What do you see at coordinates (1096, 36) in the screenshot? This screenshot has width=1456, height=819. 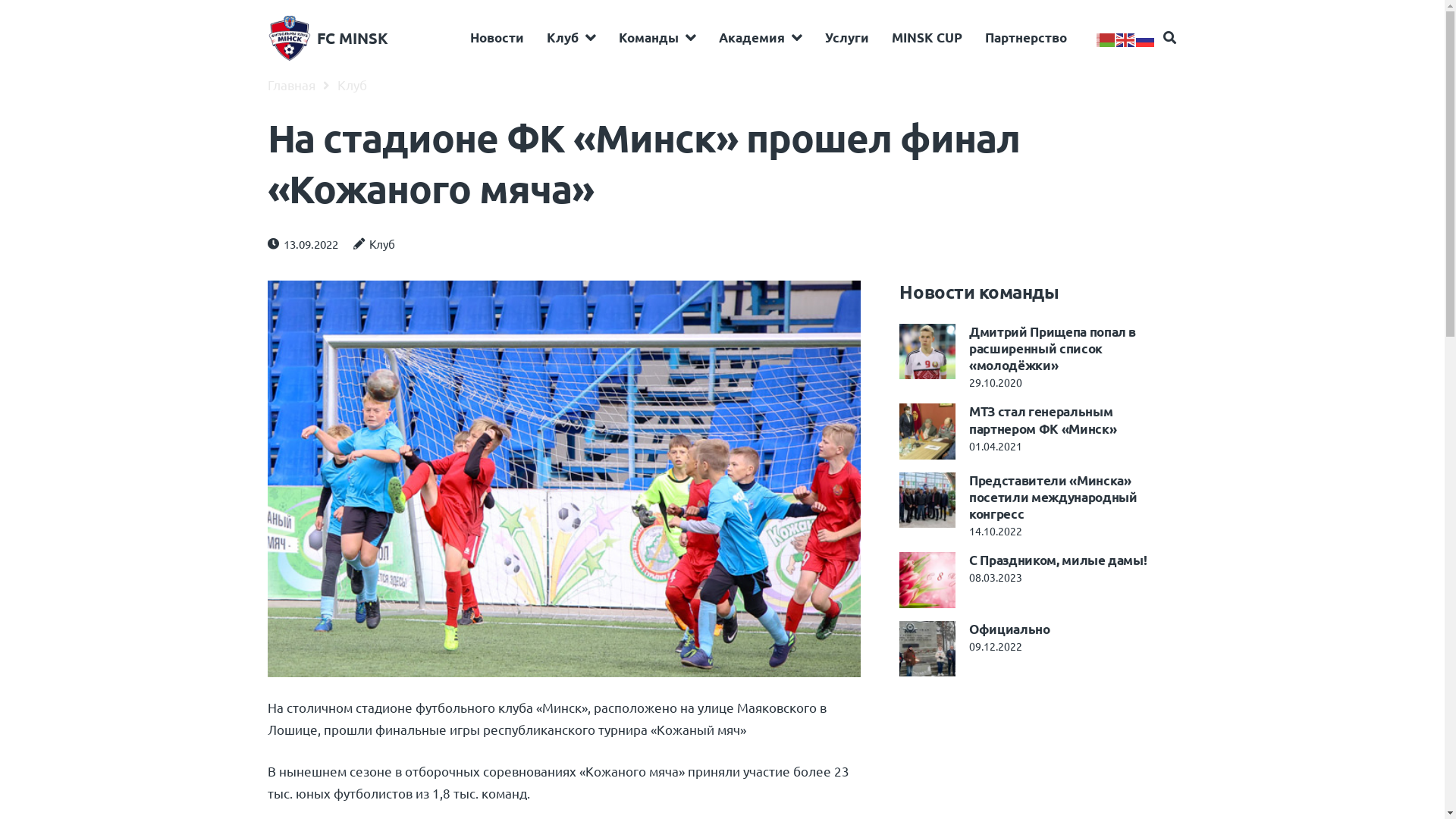 I see `'Belarusian'` at bounding box center [1096, 36].